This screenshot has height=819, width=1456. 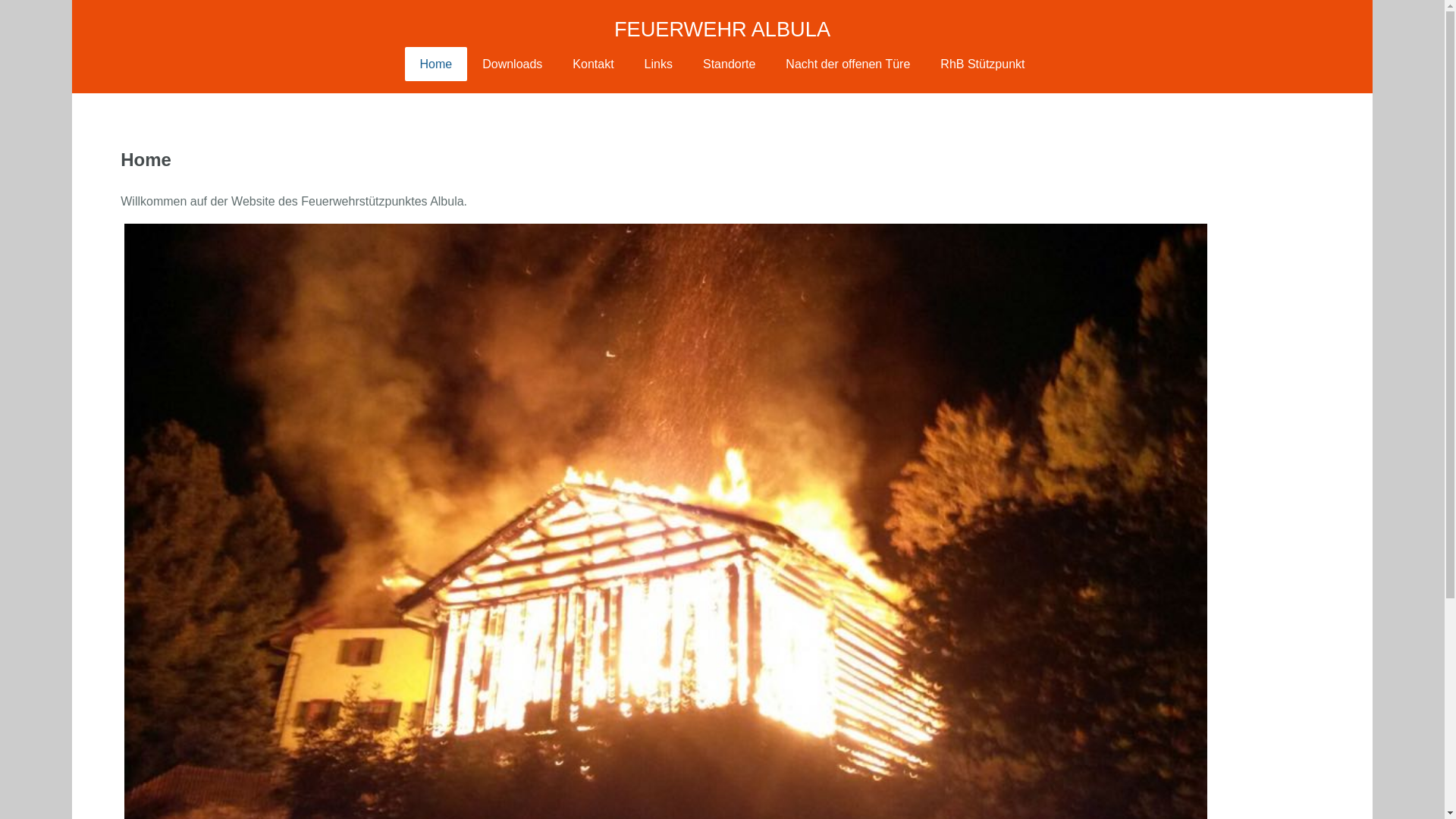 I want to click on 'Kontakt', so click(x=592, y=63).